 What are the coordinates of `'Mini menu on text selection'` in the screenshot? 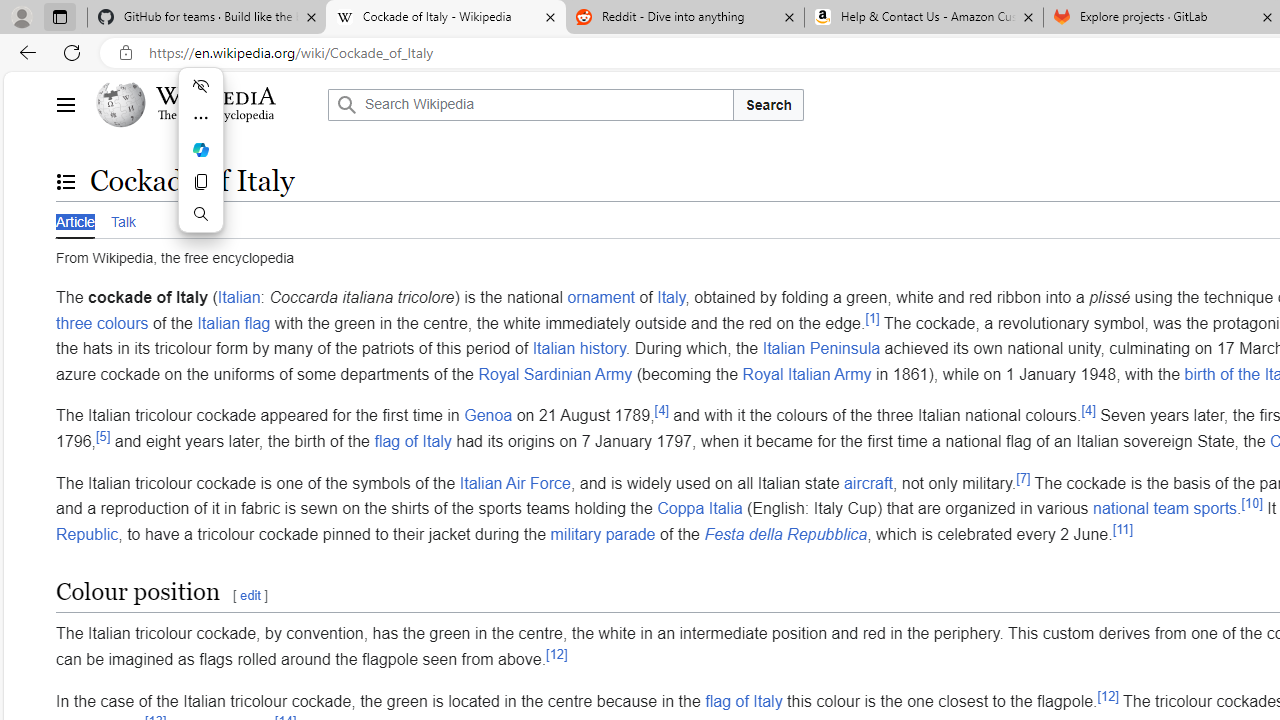 It's located at (200, 161).